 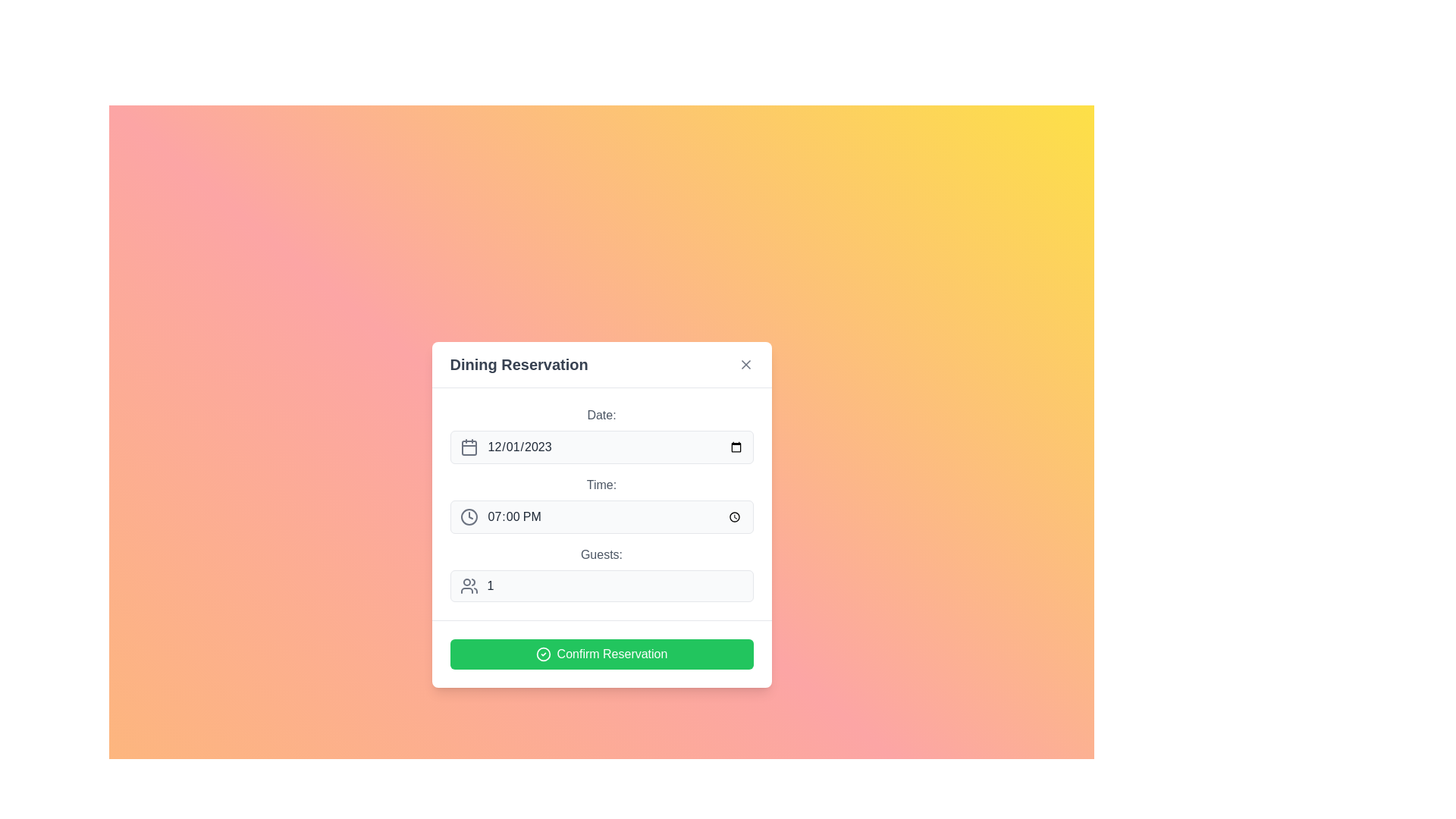 I want to click on the date selector input field, which is a horizontal bar with rounded corners, light gray background, and displays '12/01/2023', so click(x=601, y=447).